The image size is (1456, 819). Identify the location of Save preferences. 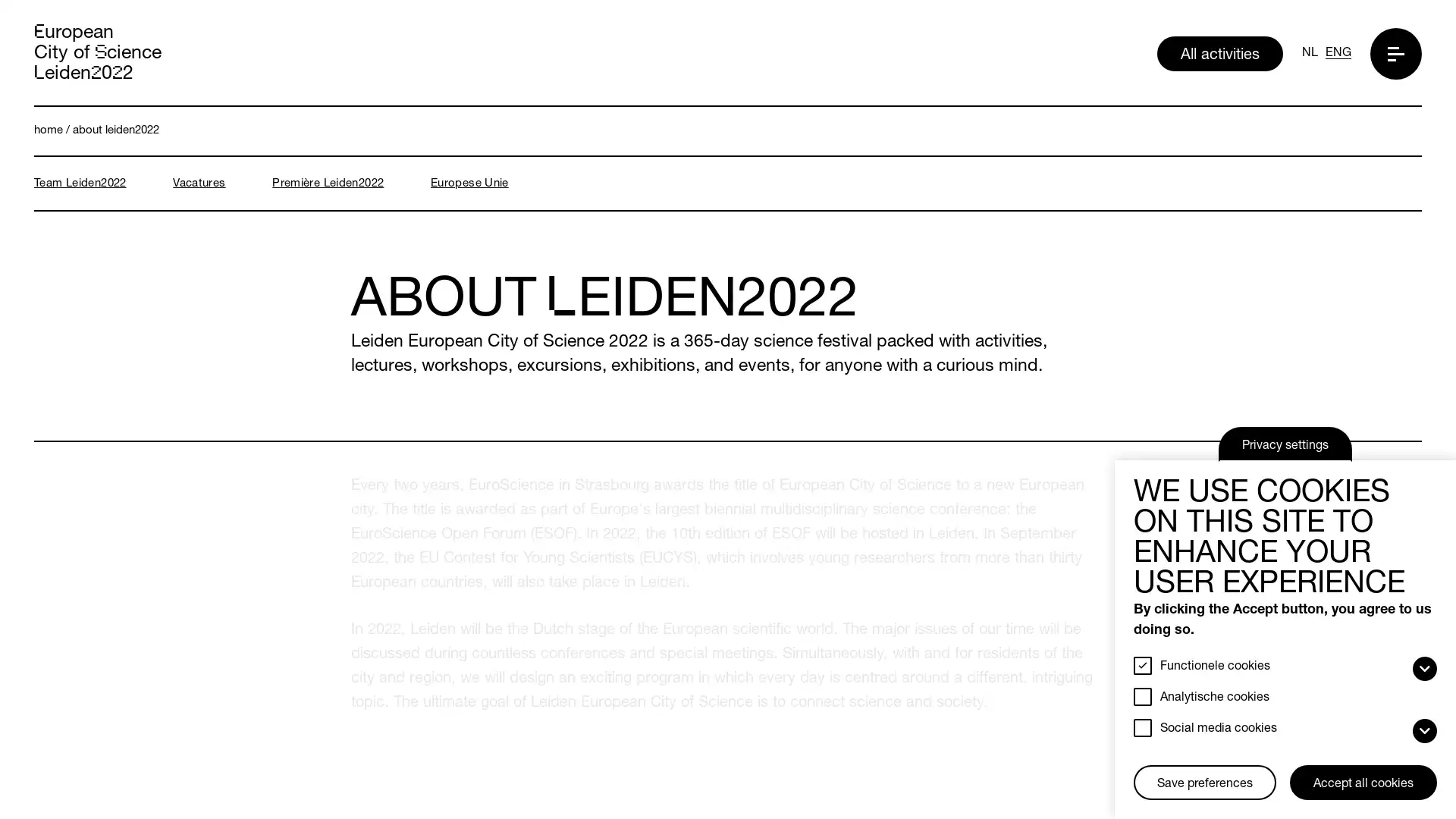
(1203, 783).